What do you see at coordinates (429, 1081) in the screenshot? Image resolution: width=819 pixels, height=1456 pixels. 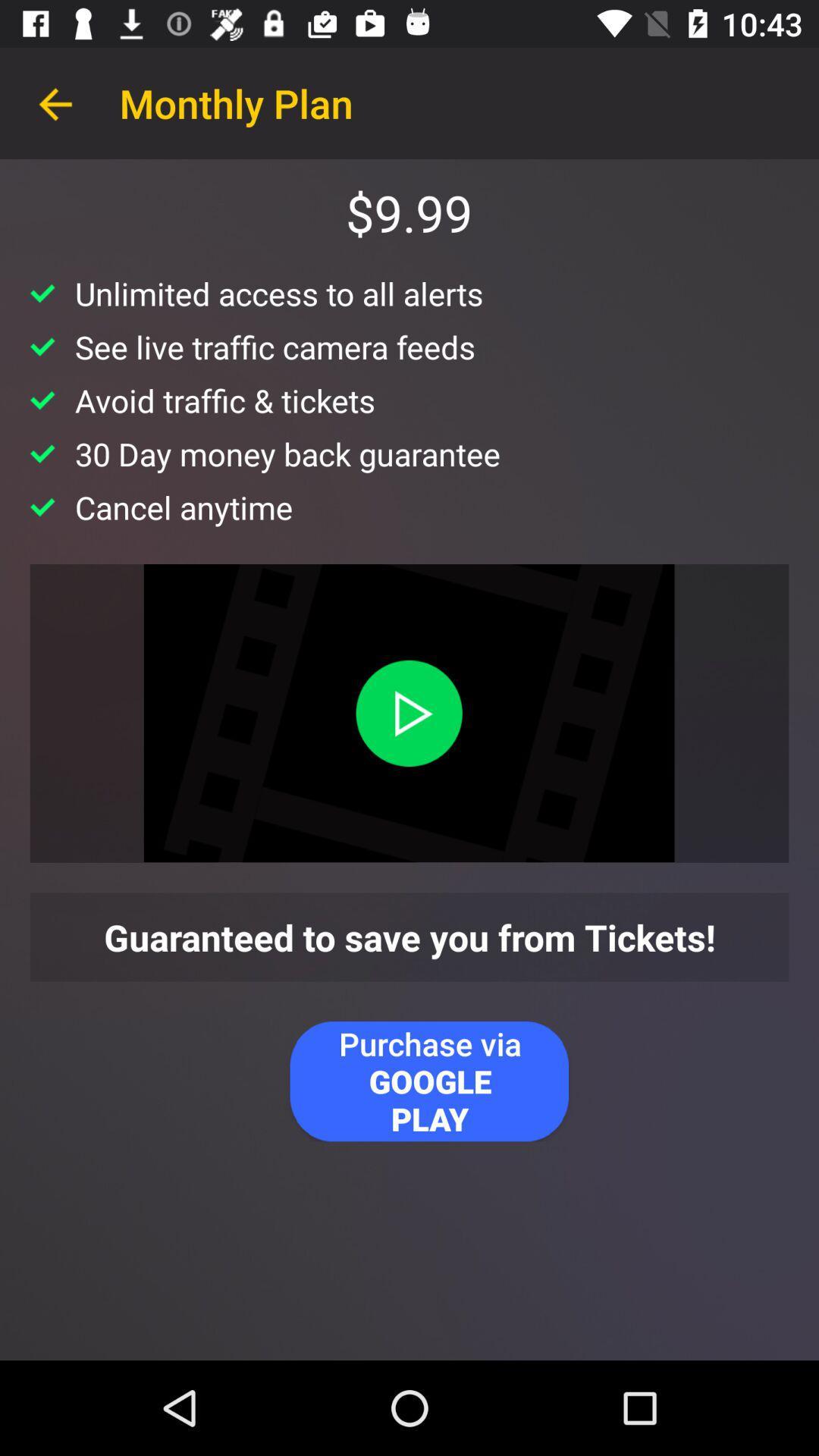 I see `purchase via google item` at bounding box center [429, 1081].